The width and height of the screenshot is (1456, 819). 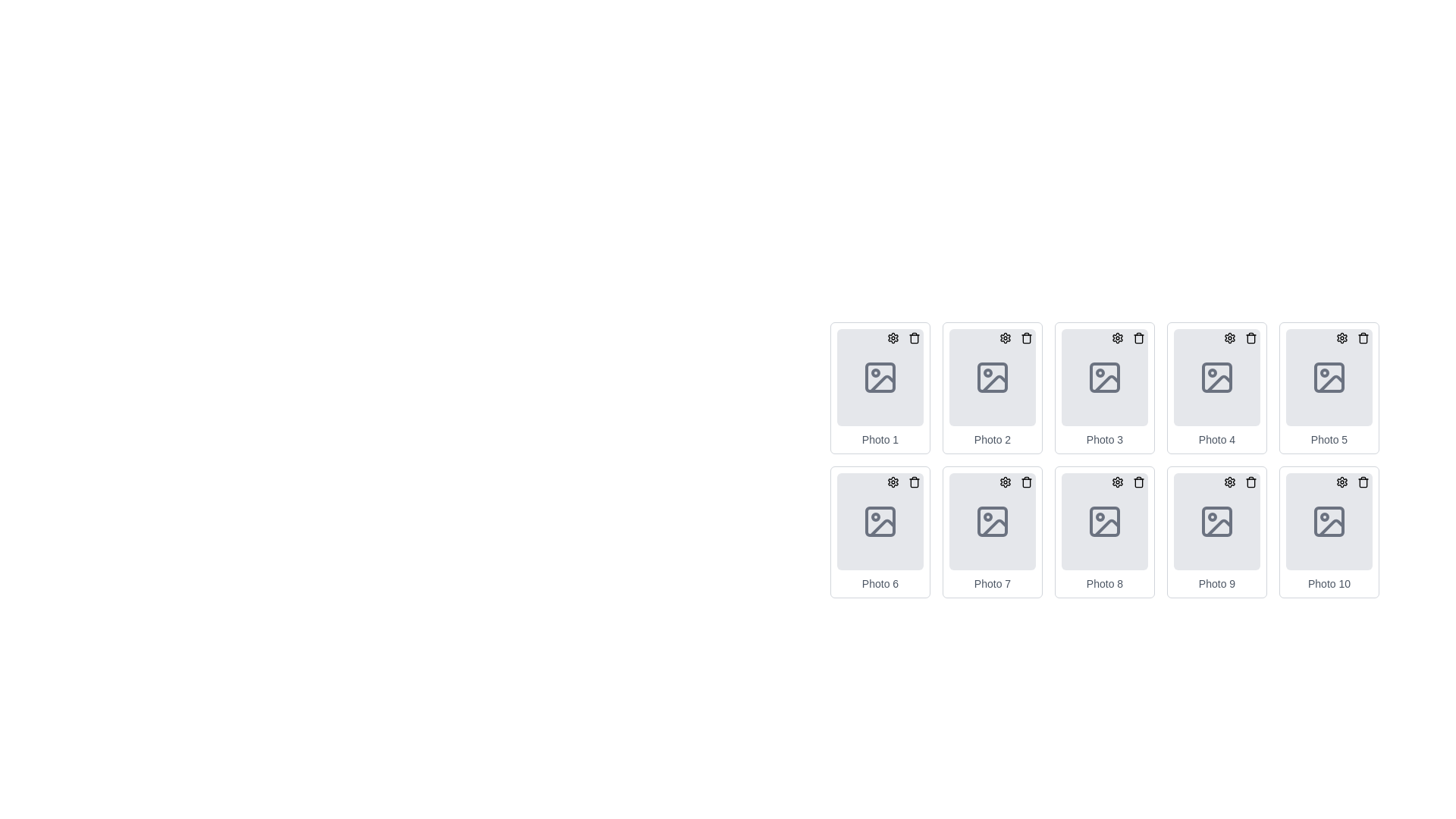 I want to click on the settings button located in the top-right corner of the fourth image card in a 2x5 grid layout, so click(x=1230, y=337).